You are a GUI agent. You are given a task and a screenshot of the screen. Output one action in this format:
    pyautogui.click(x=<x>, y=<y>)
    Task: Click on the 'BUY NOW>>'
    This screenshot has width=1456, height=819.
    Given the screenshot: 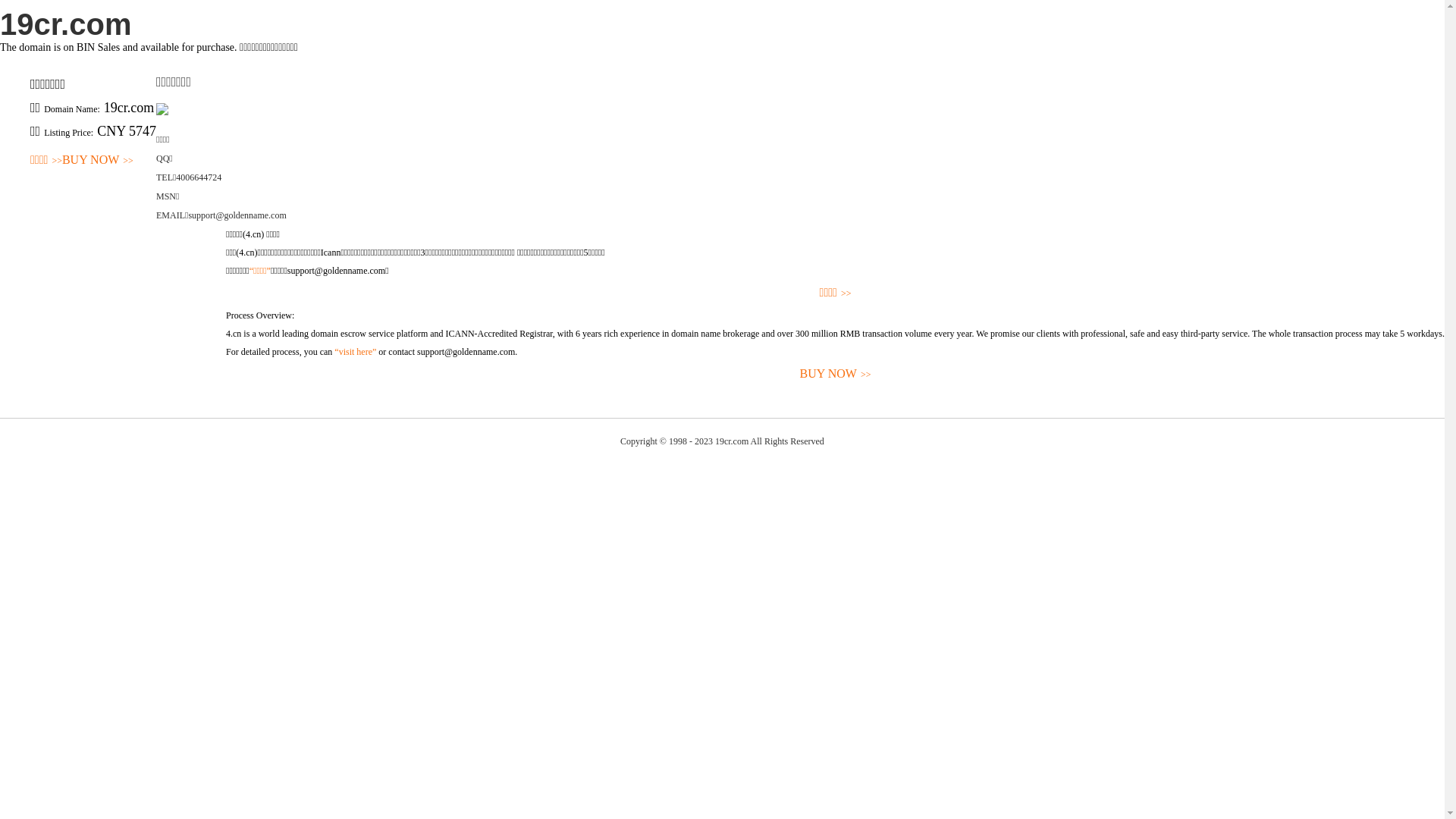 What is the action you would take?
    pyautogui.click(x=97, y=160)
    